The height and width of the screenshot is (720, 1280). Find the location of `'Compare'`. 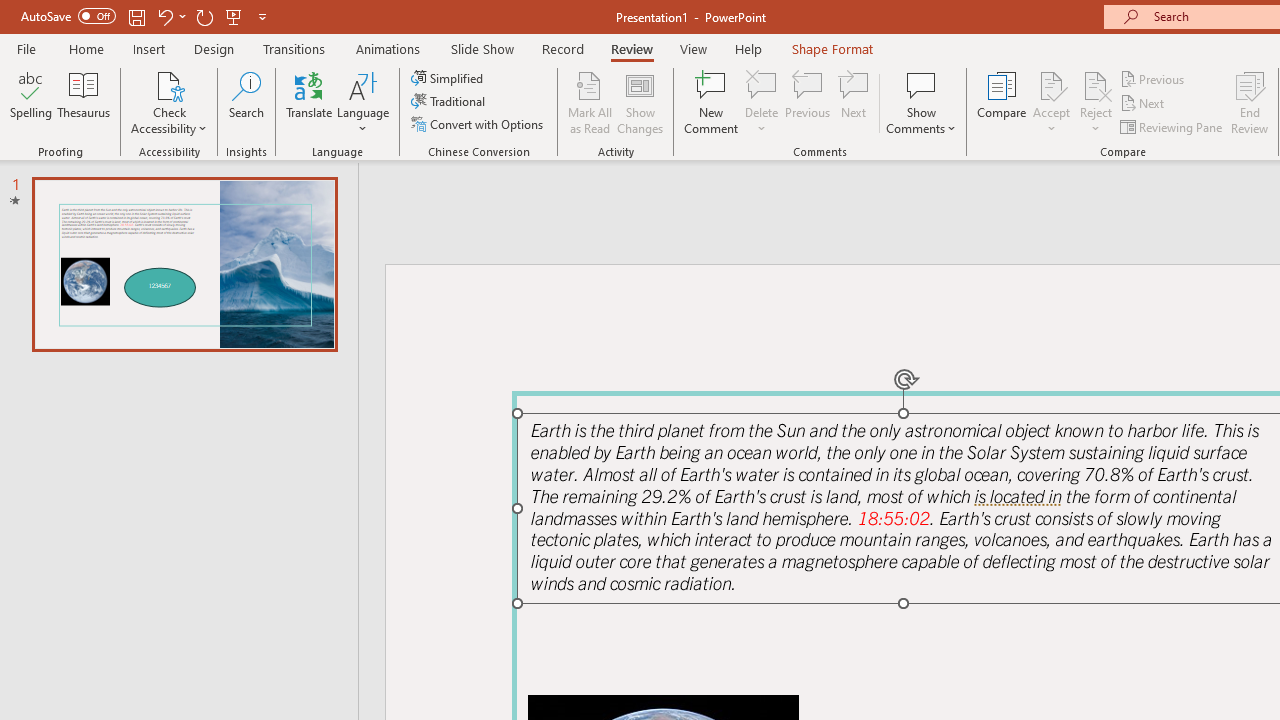

'Compare' is located at coordinates (1002, 103).